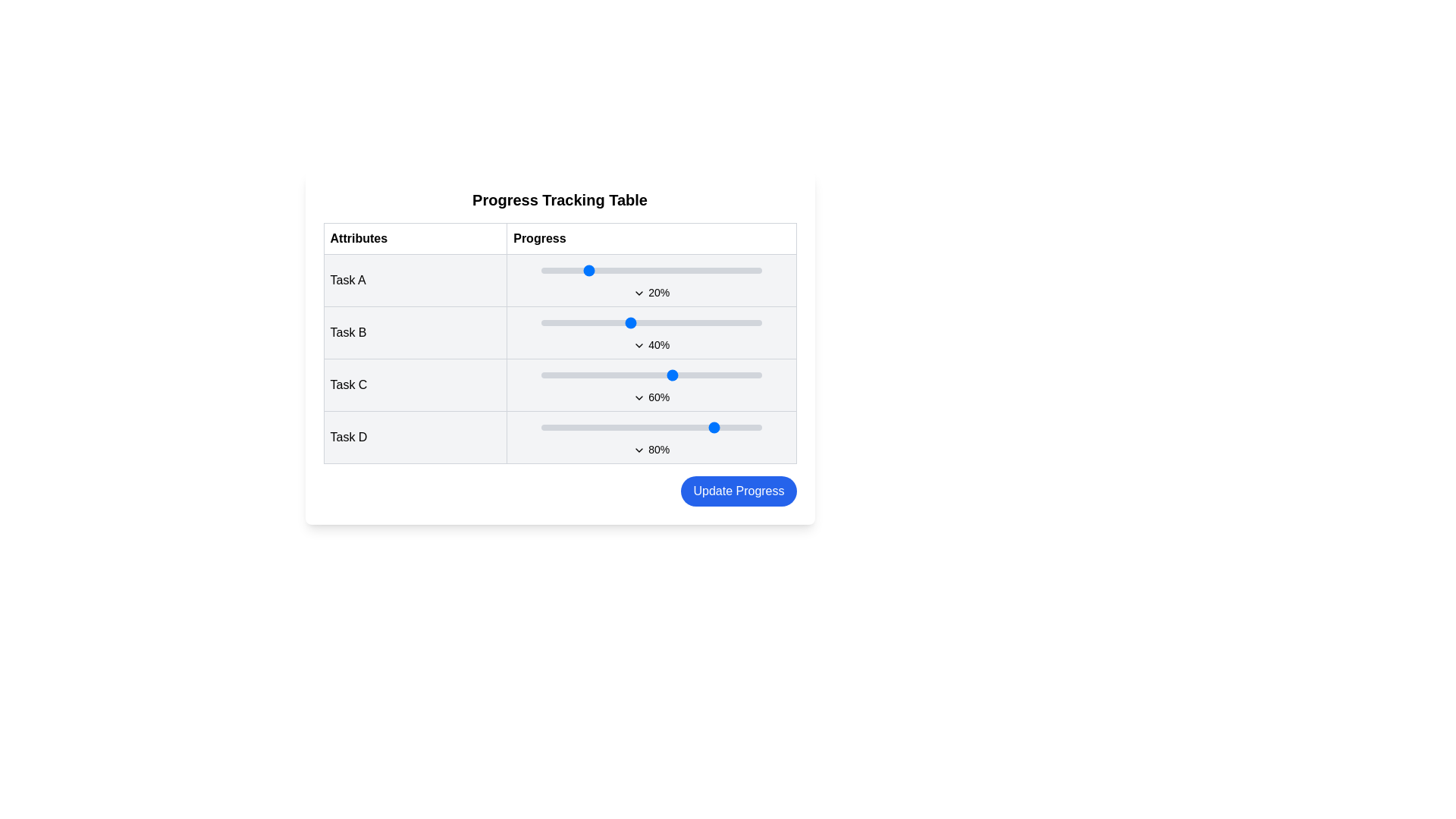 This screenshot has height=819, width=1456. Describe the element at coordinates (683, 270) in the screenshot. I see `progress value` at that location.